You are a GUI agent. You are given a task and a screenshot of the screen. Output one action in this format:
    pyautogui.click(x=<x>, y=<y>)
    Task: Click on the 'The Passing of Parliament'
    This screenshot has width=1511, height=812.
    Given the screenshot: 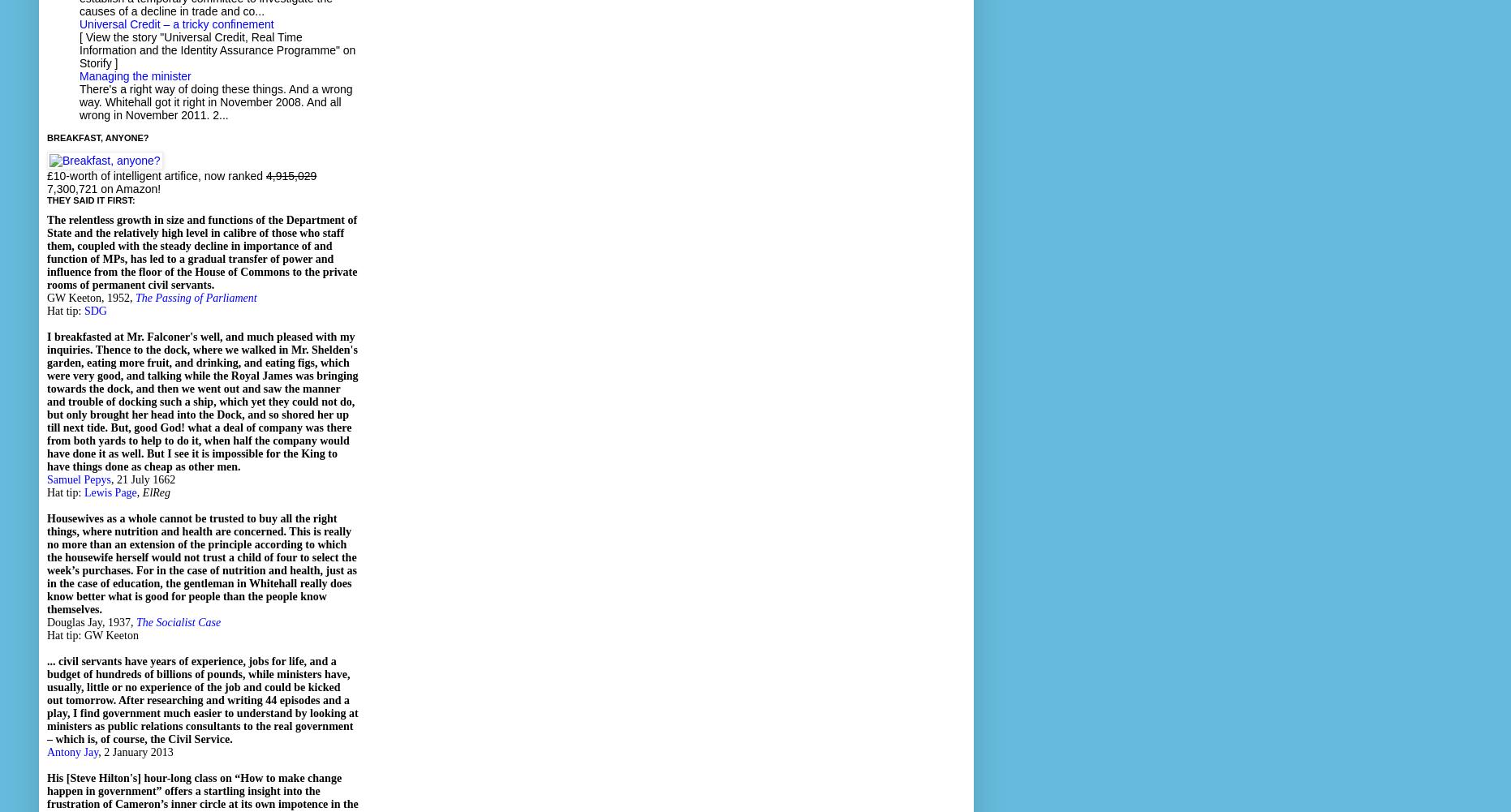 What is the action you would take?
    pyautogui.click(x=196, y=297)
    